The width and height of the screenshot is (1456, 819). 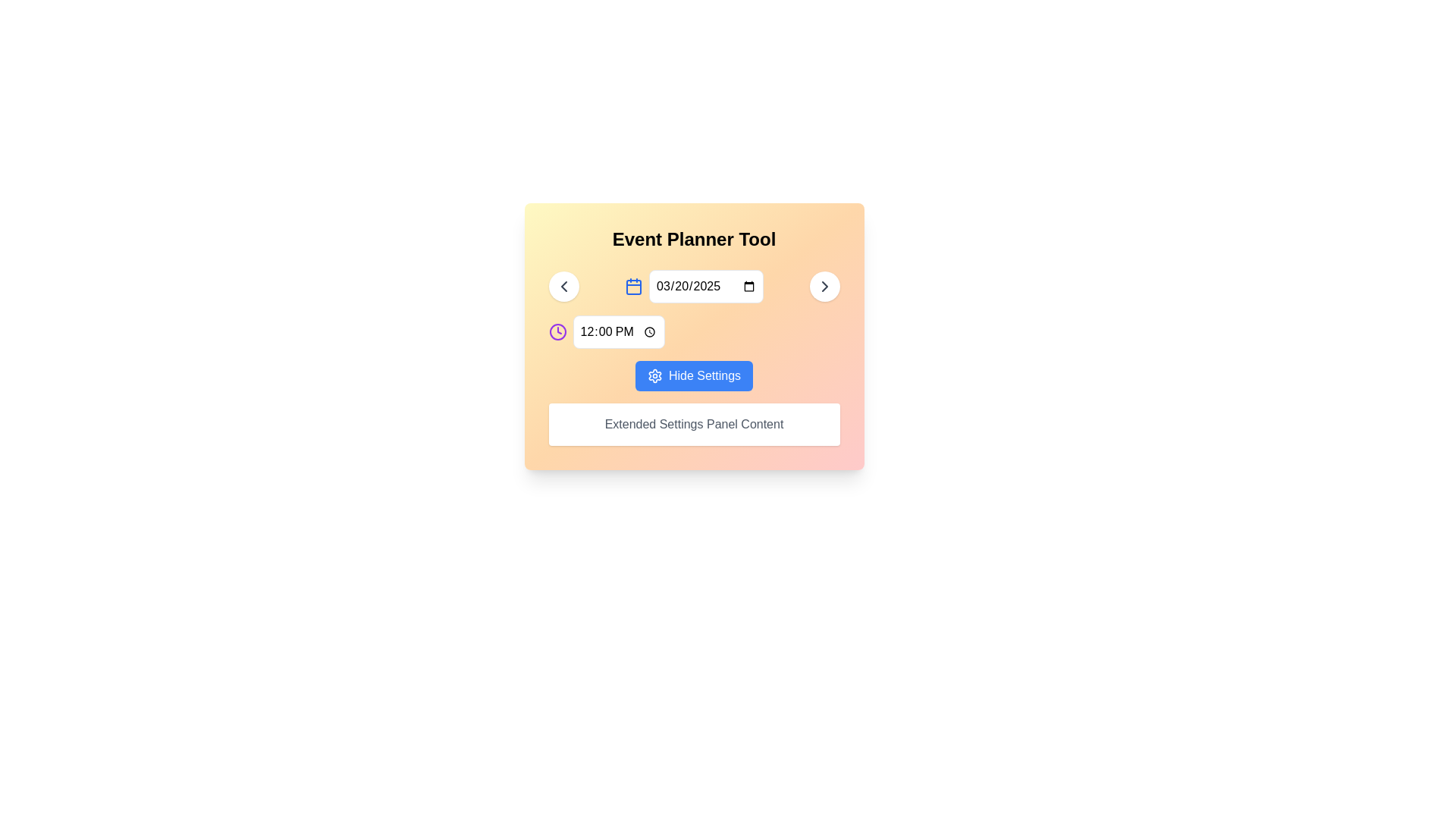 What do you see at coordinates (633, 287) in the screenshot?
I see `the light-colored rounded rectangle icon located at the center of the calendar icon with a blue outline, which is positioned at the center top of the application interface` at bounding box center [633, 287].